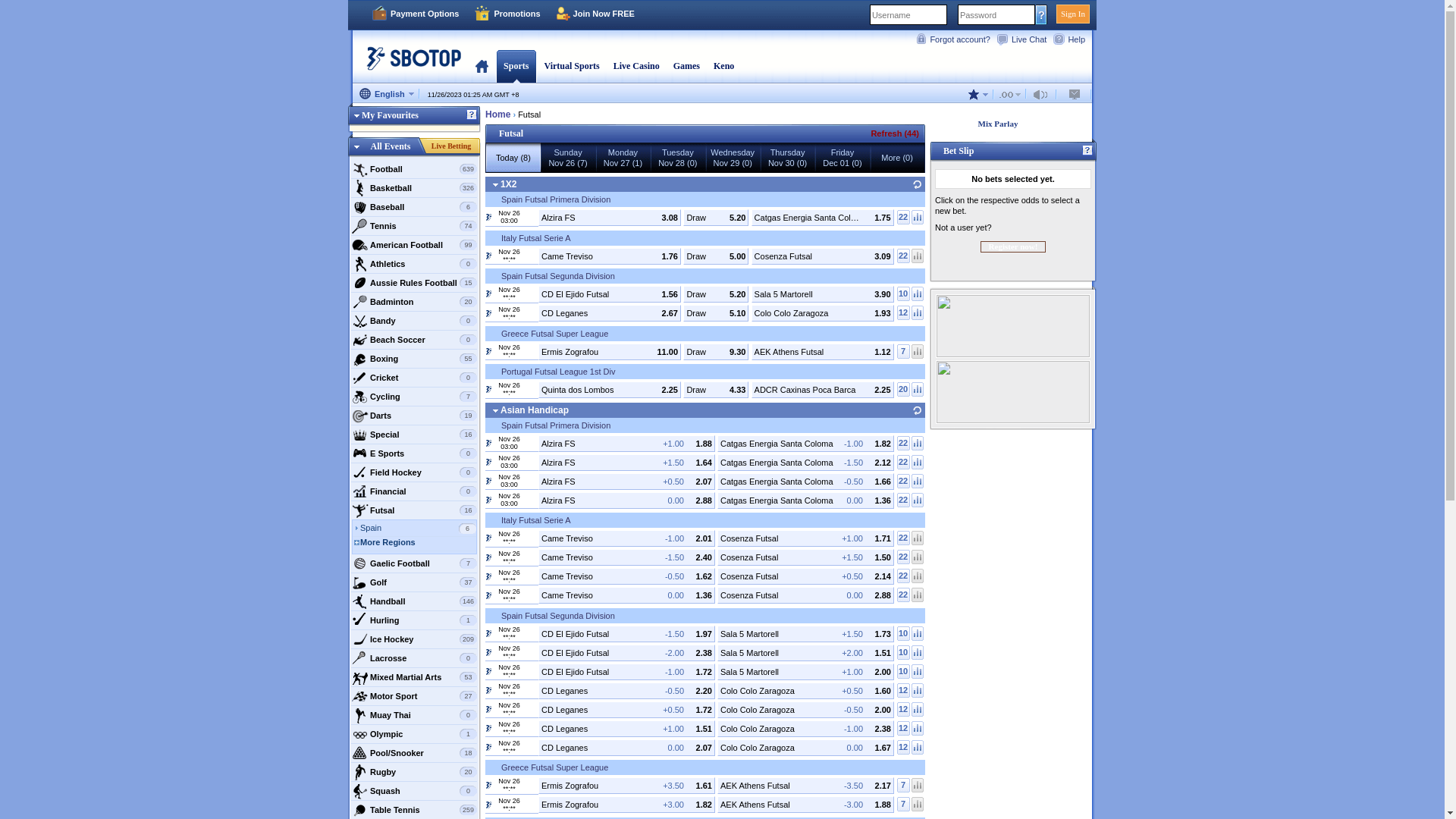 The height and width of the screenshot is (819, 1456). I want to click on '10', so click(903, 670).